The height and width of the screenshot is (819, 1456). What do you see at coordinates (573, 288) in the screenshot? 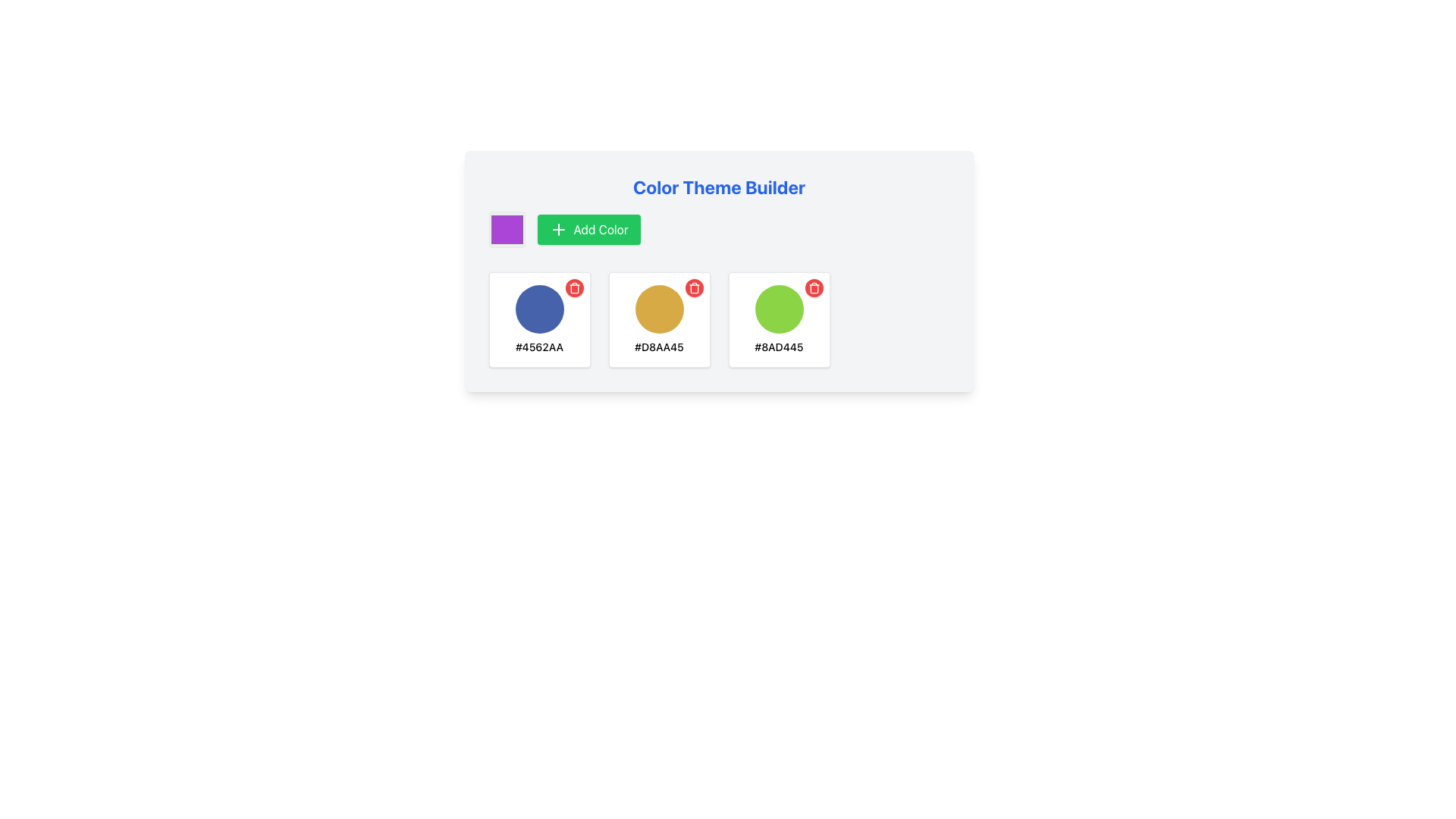
I see `the red circular delete button, which is a trash can icon located at the top-right corner of the third card displaying color information` at bounding box center [573, 288].